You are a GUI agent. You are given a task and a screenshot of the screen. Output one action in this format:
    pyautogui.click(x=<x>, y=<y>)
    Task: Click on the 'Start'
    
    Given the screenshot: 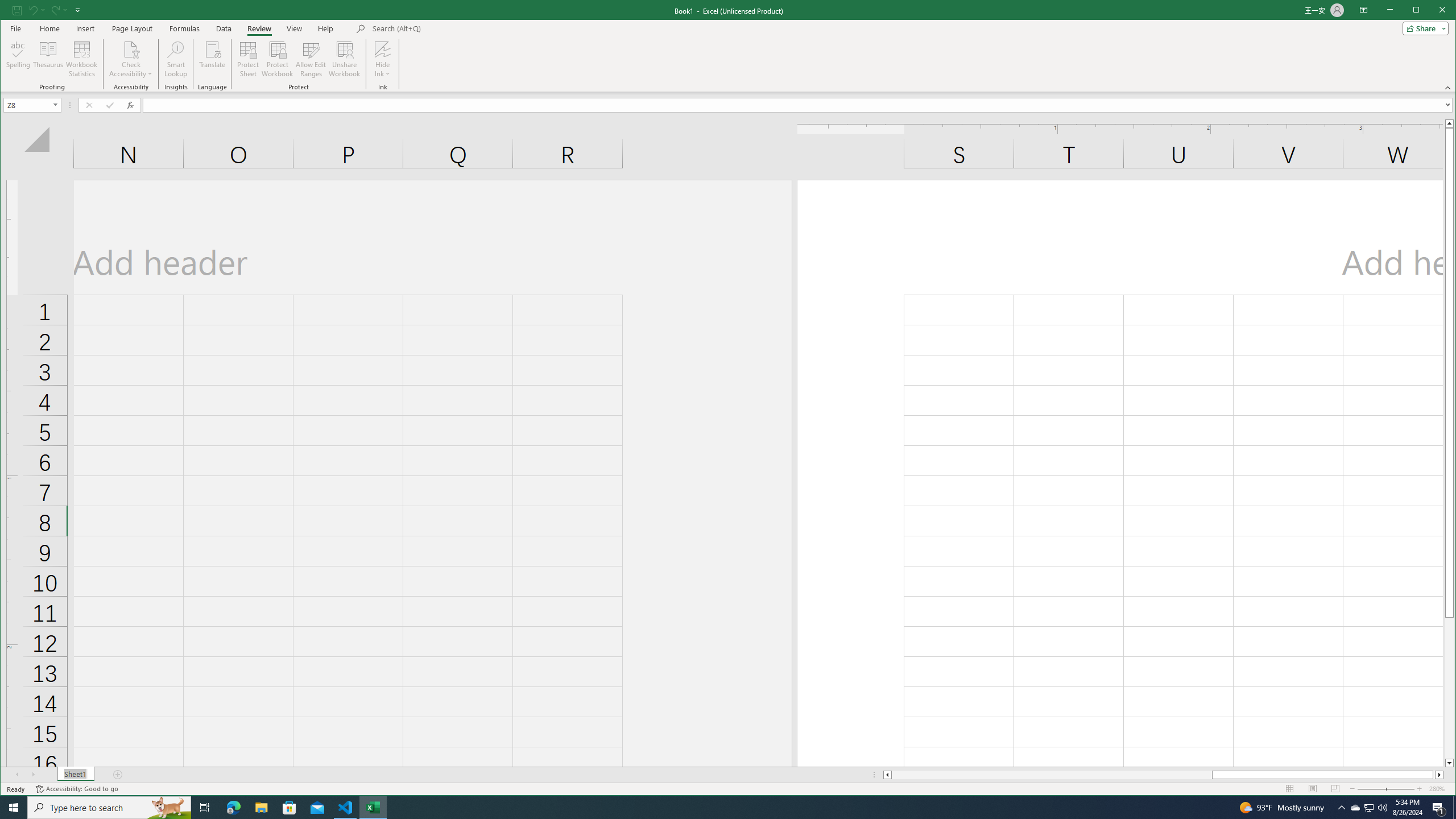 What is the action you would take?
    pyautogui.click(x=14, y=806)
    